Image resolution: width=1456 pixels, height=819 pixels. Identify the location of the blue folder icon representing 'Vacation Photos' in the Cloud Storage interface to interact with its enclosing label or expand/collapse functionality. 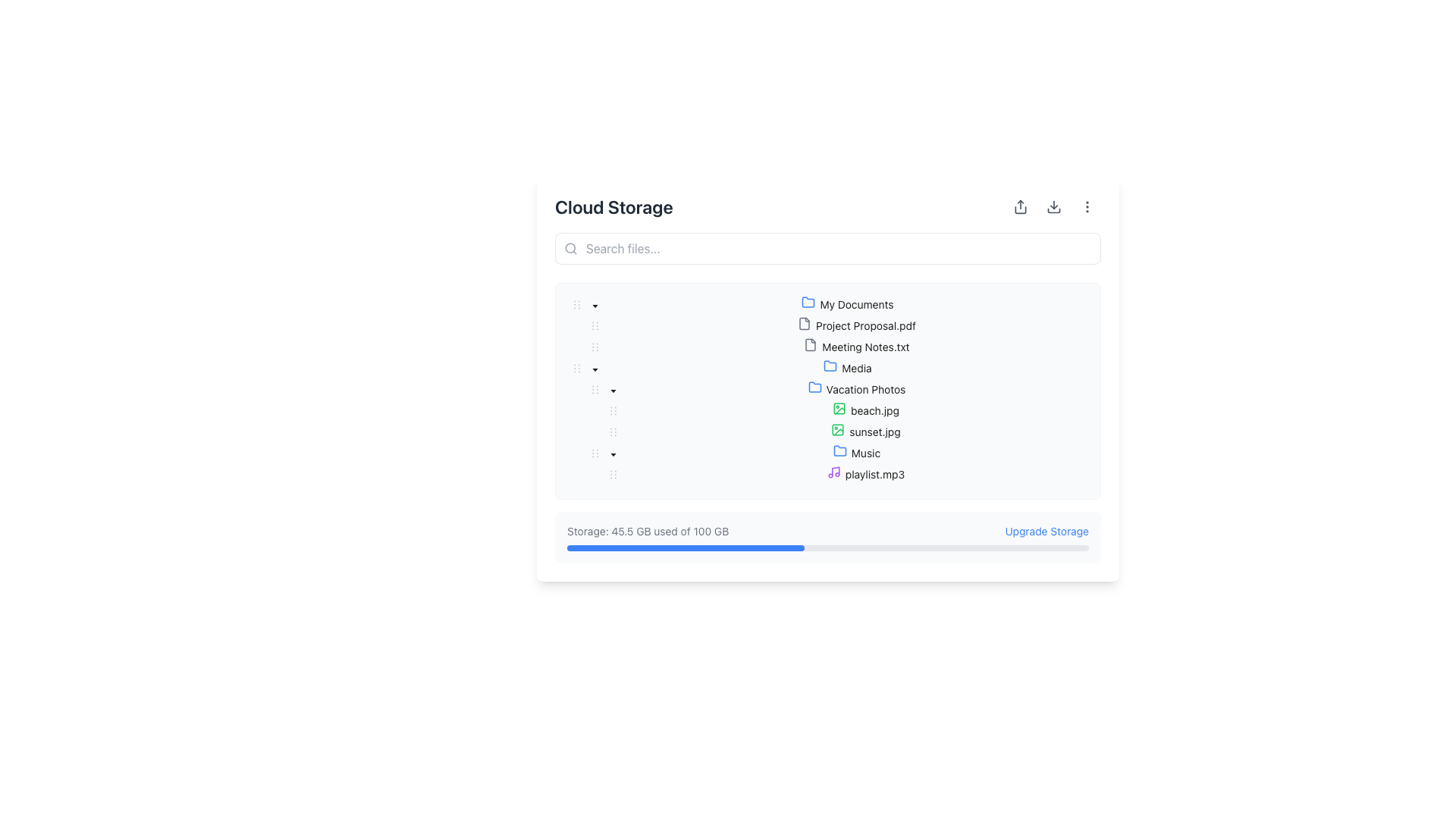
(814, 386).